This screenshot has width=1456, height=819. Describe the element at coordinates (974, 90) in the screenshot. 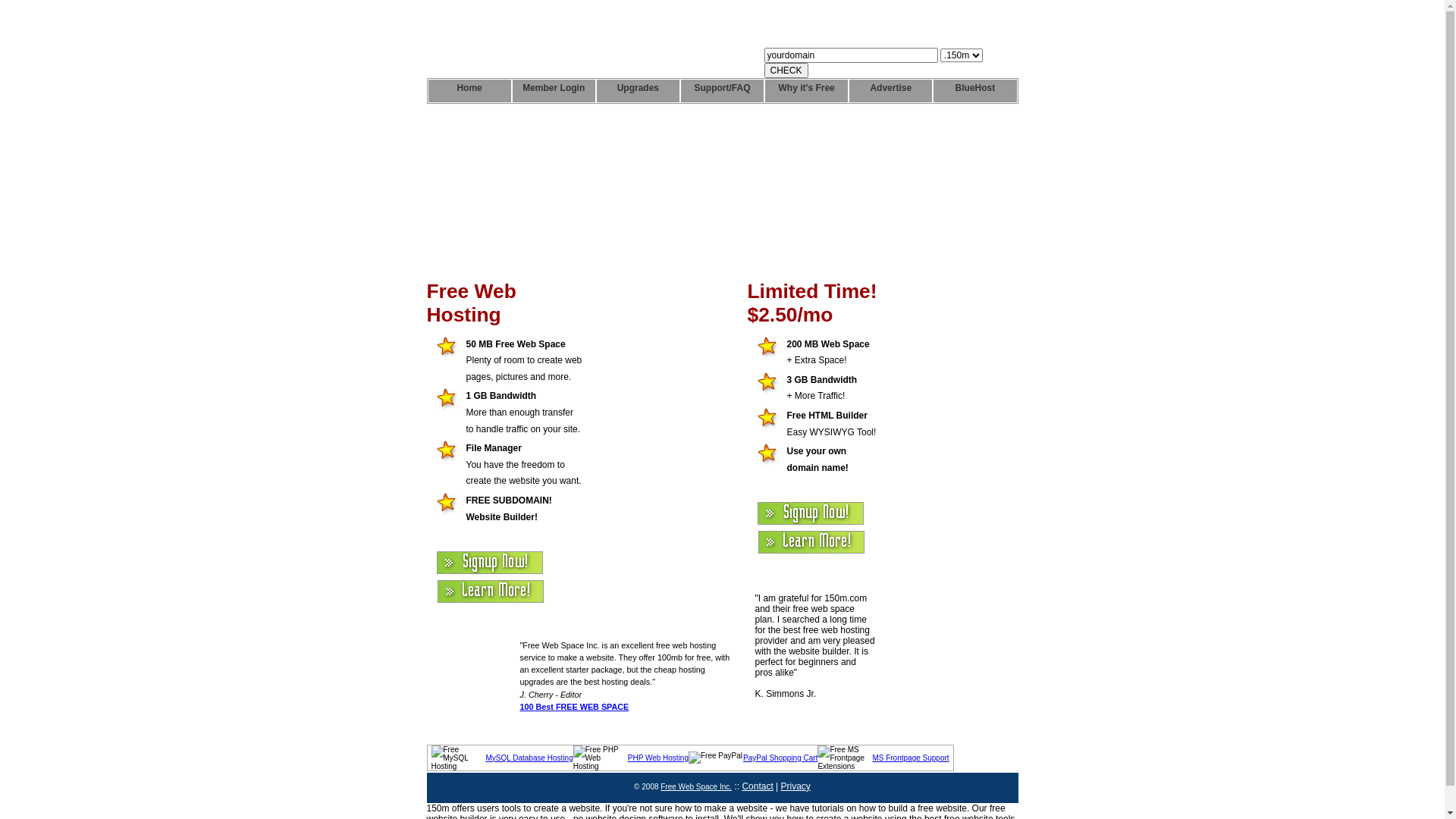

I see `'BlueHost'` at that location.